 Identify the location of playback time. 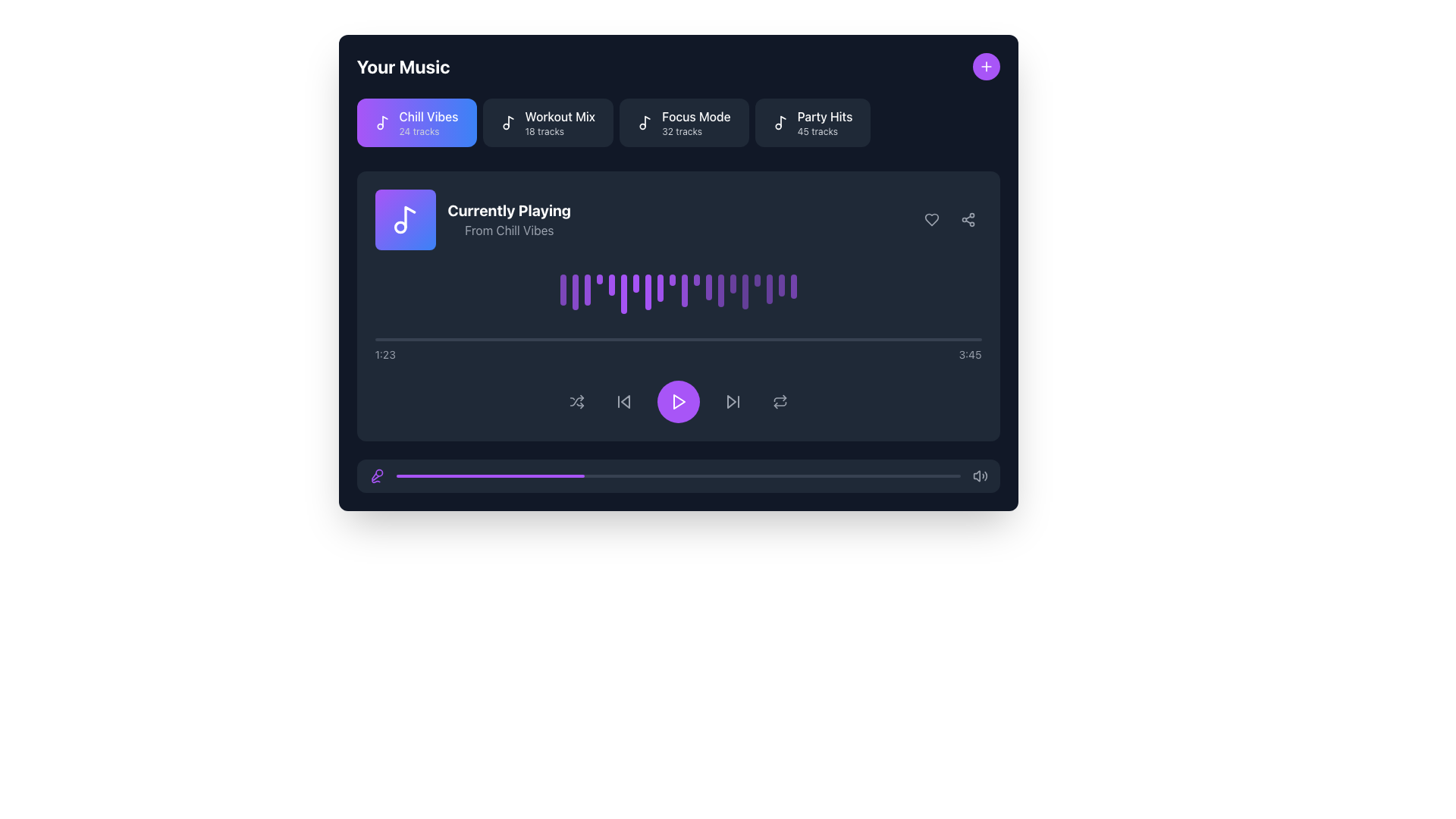
(758, 339).